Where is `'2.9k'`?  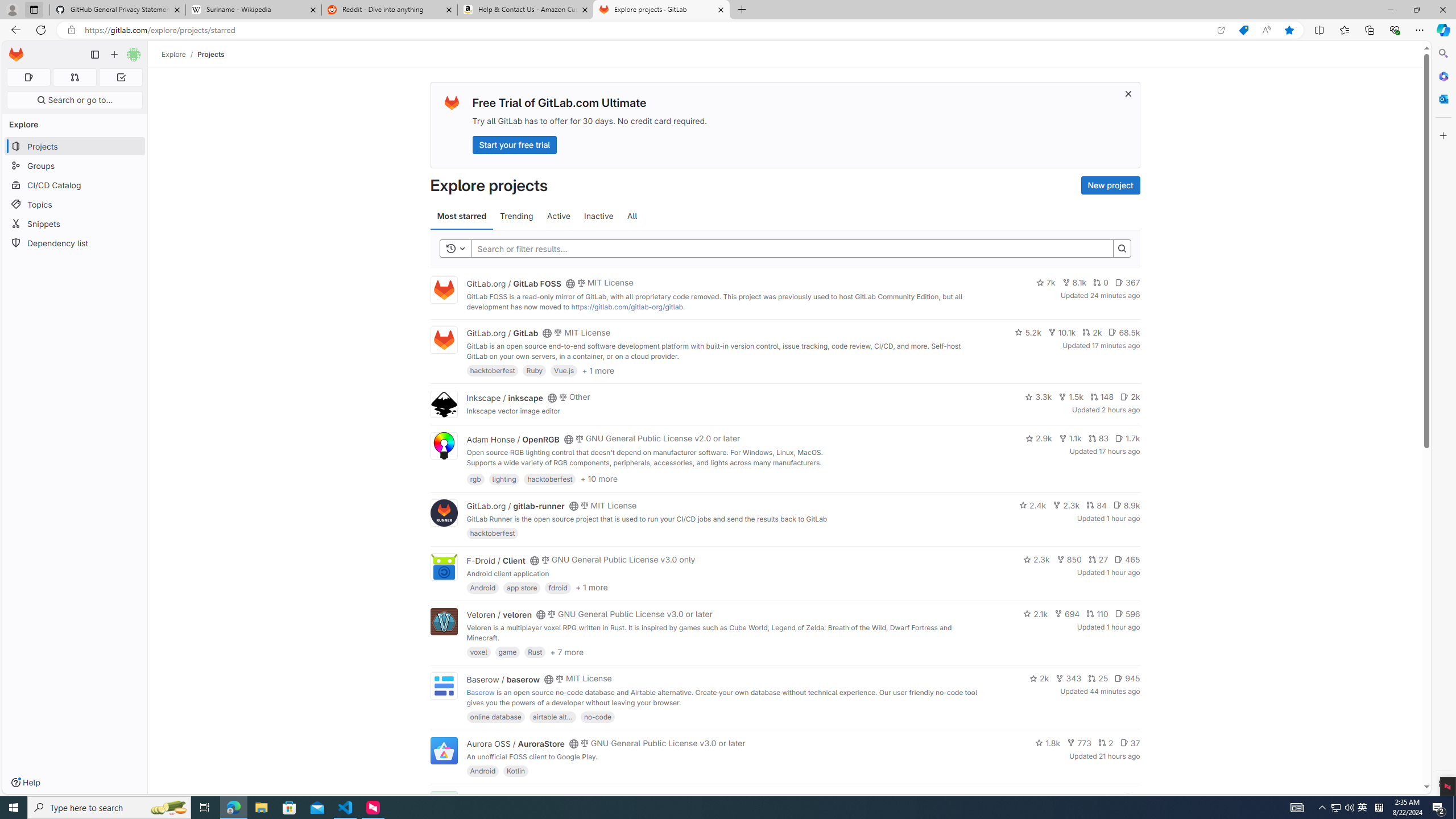
'2.9k' is located at coordinates (1039, 438).